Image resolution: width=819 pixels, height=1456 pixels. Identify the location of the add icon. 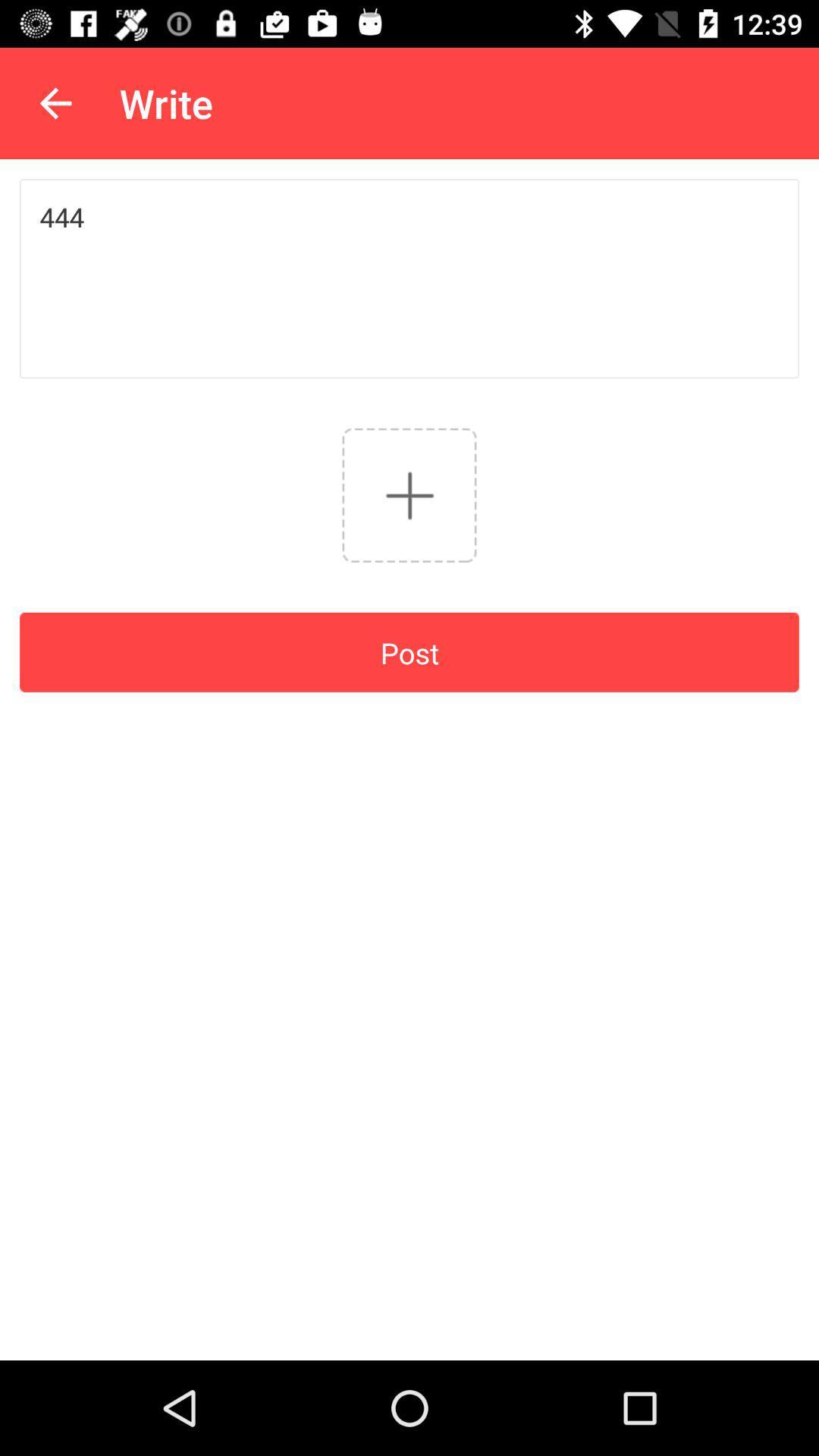
(409, 495).